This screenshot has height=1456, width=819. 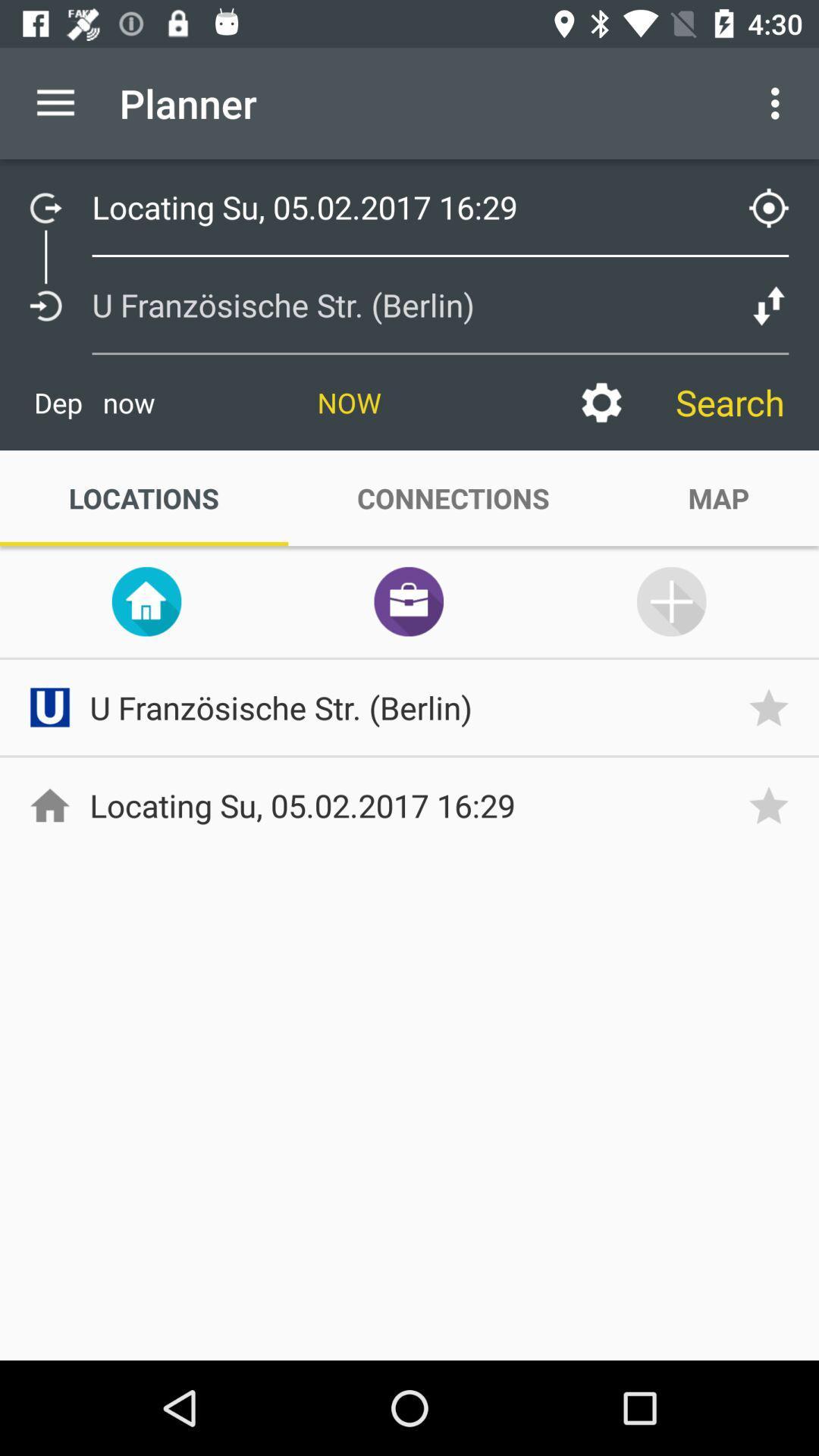 What do you see at coordinates (405, 206) in the screenshot?
I see `text under planner tab` at bounding box center [405, 206].